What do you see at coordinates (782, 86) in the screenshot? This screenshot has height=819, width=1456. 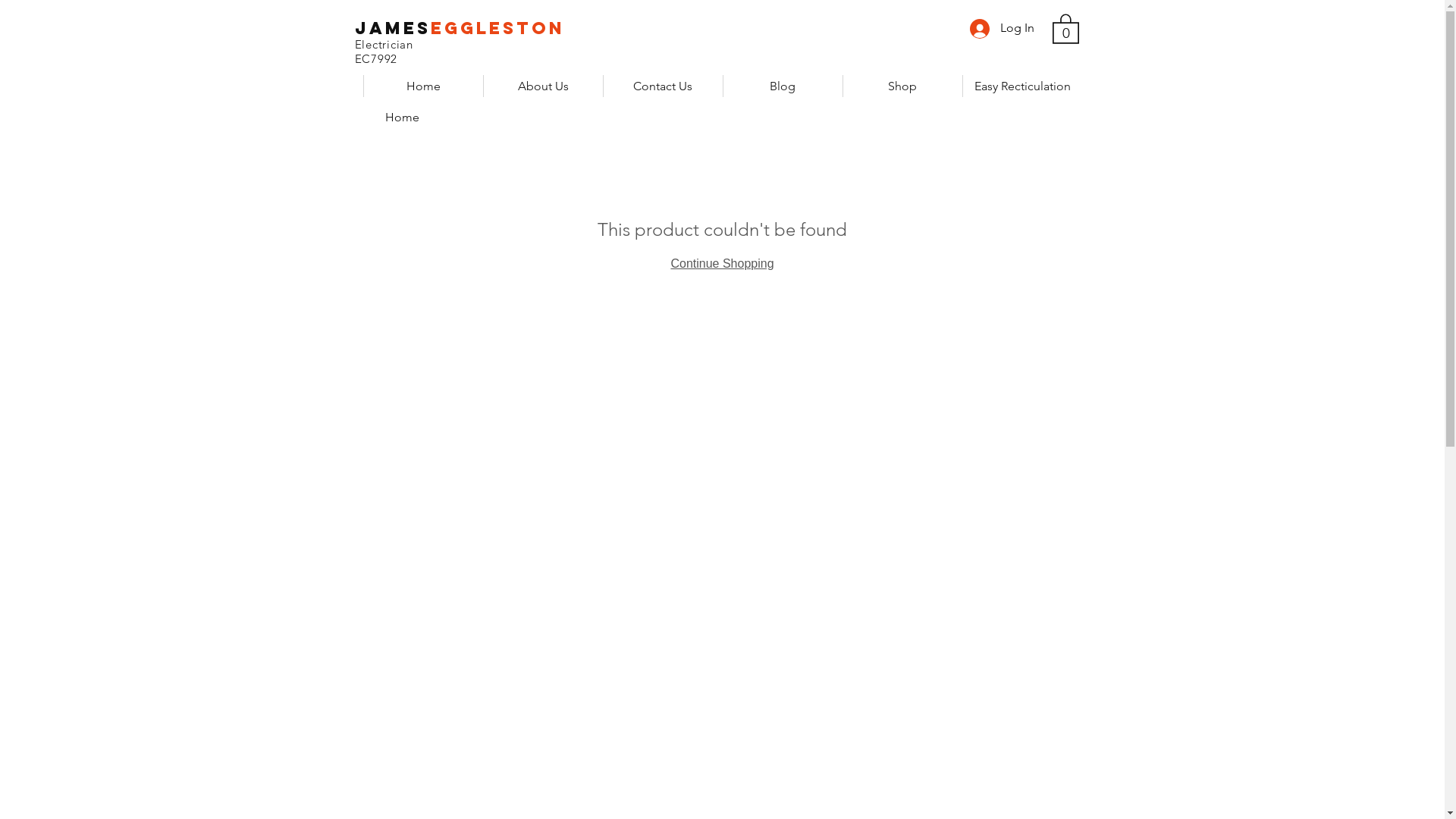 I see `'Blog'` at bounding box center [782, 86].